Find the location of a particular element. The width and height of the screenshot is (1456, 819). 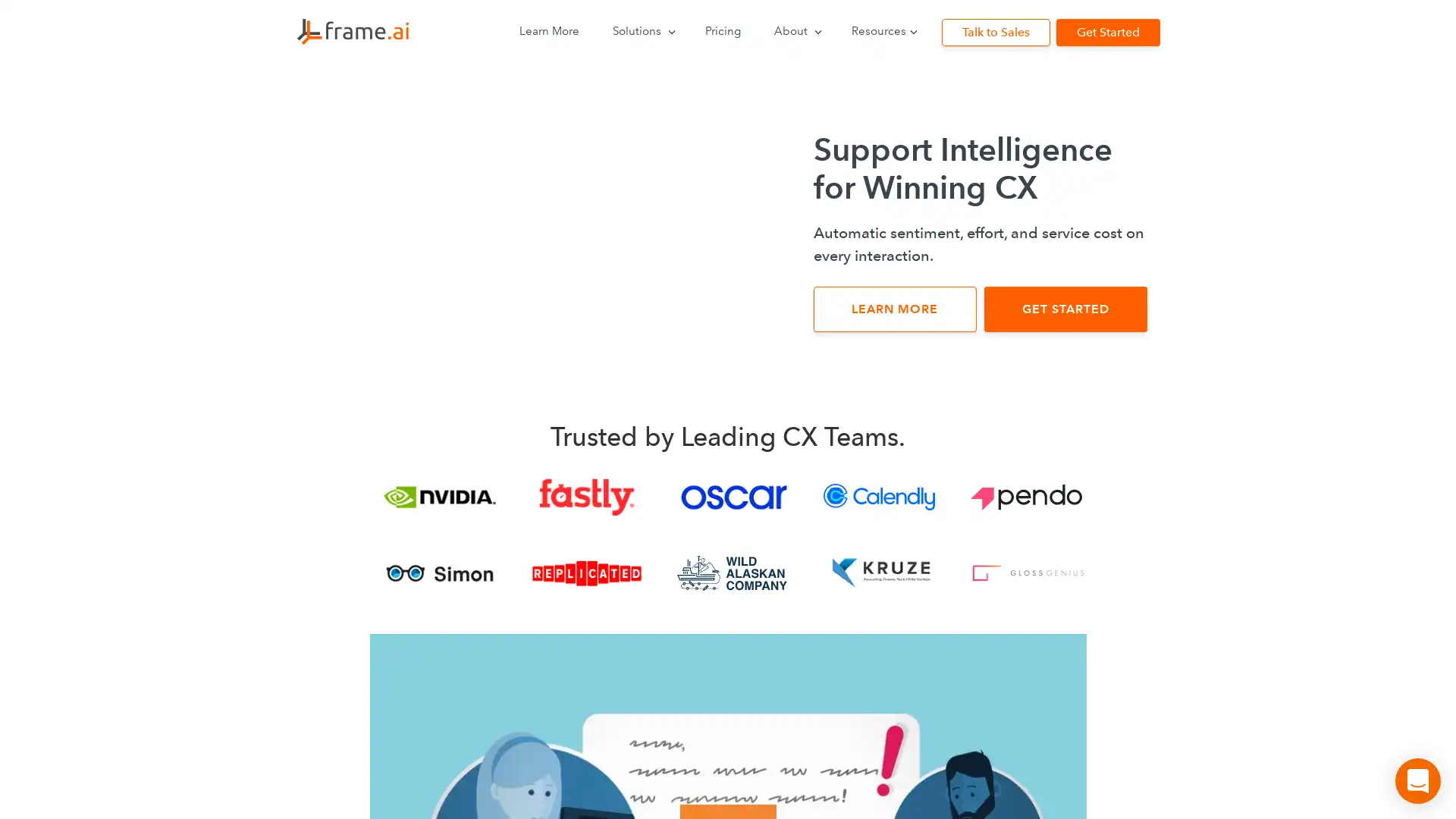

GET STARTED is located at coordinates (1064, 309).